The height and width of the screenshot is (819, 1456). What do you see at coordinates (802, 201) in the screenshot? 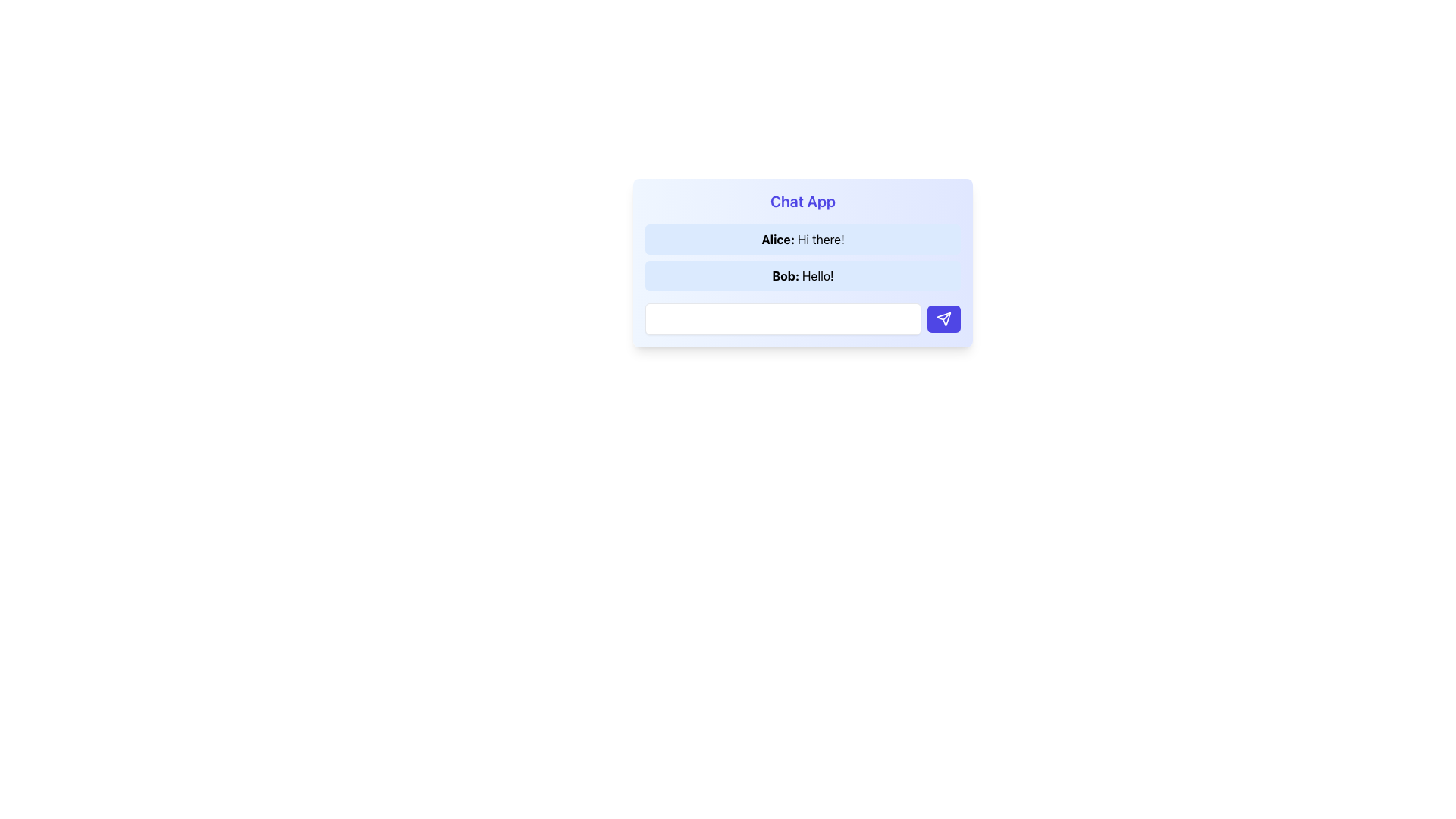
I see `the static text label displaying 'Chat App' in bold, indigo-colored font, centrally aligned within a light gradient background at the top of the dialog box` at bounding box center [802, 201].